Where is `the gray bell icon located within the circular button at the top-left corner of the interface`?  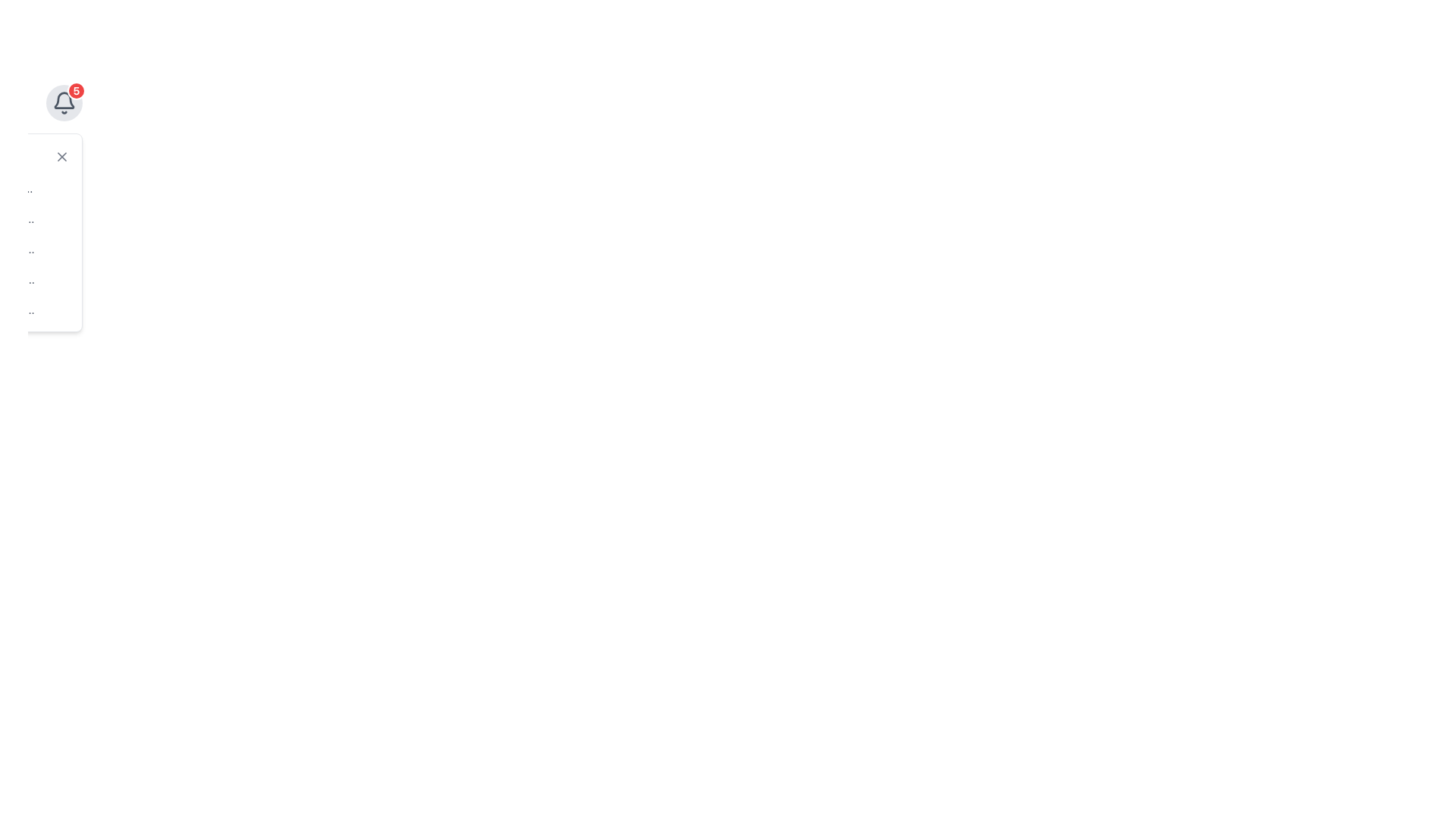 the gray bell icon located within the circular button at the top-left corner of the interface is located at coordinates (64, 102).